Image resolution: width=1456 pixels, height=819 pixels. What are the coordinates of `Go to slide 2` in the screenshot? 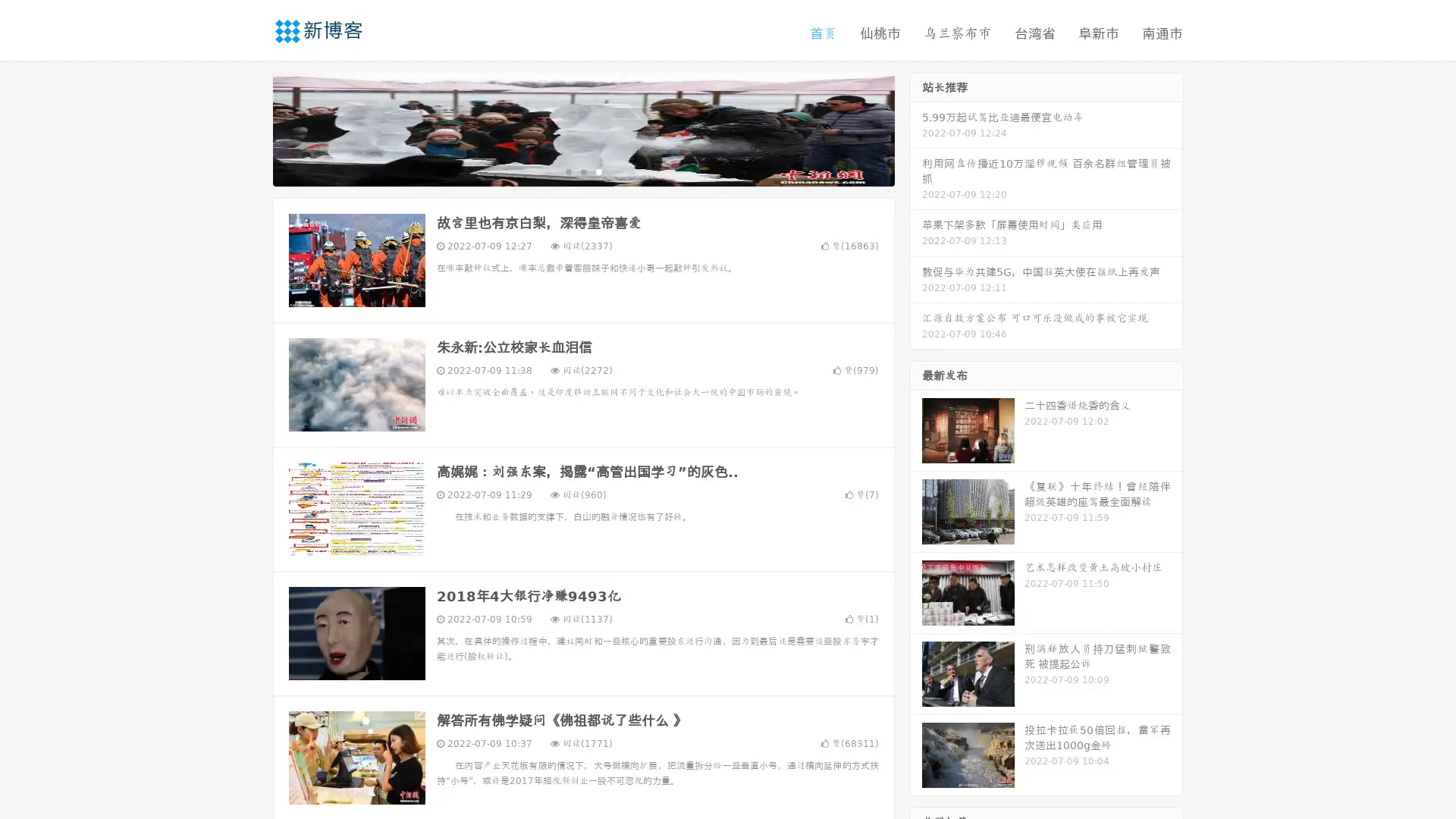 It's located at (582, 171).